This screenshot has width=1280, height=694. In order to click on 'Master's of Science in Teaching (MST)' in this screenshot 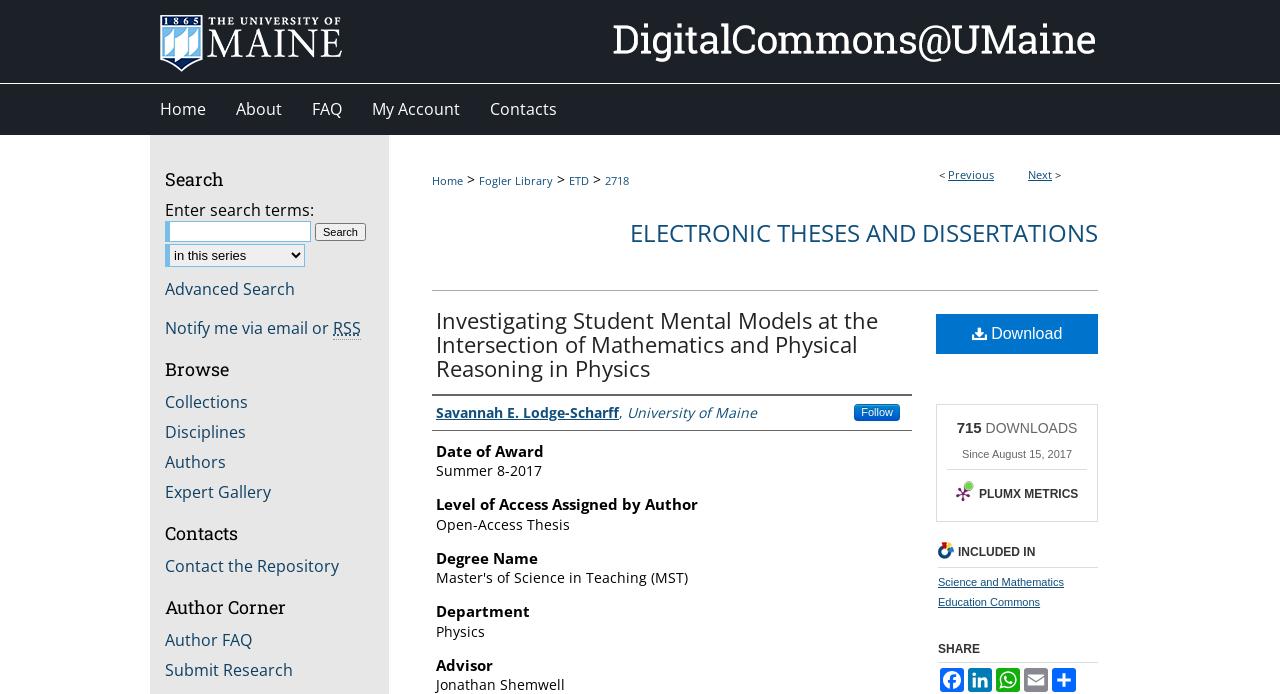, I will do `click(561, 576)`.